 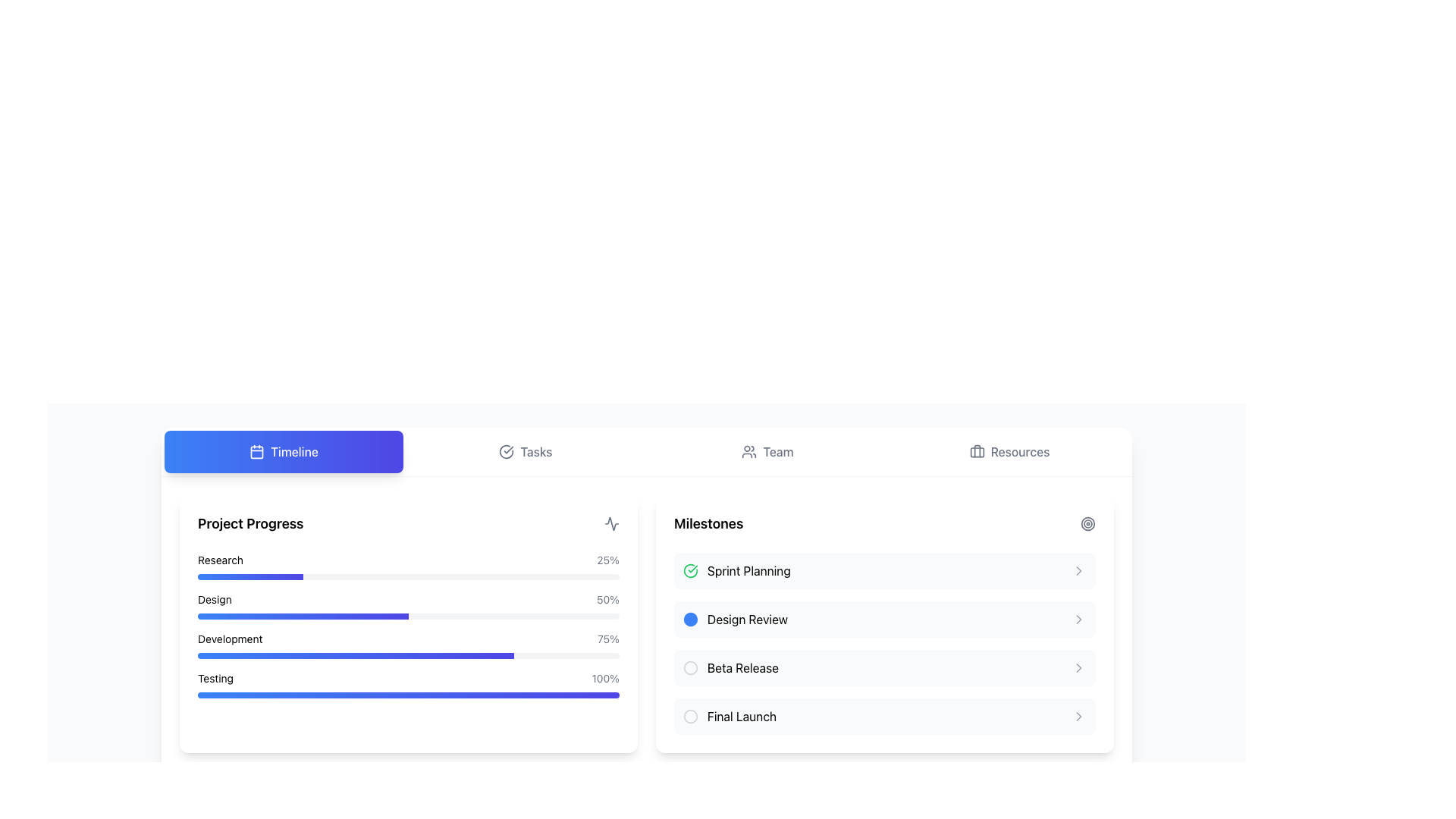 I want to click on the progress bar segment representing the completion status of the 'Development' task, which indicates 75% completion in the 'Project Progress' section, so click(x=355, y=654).